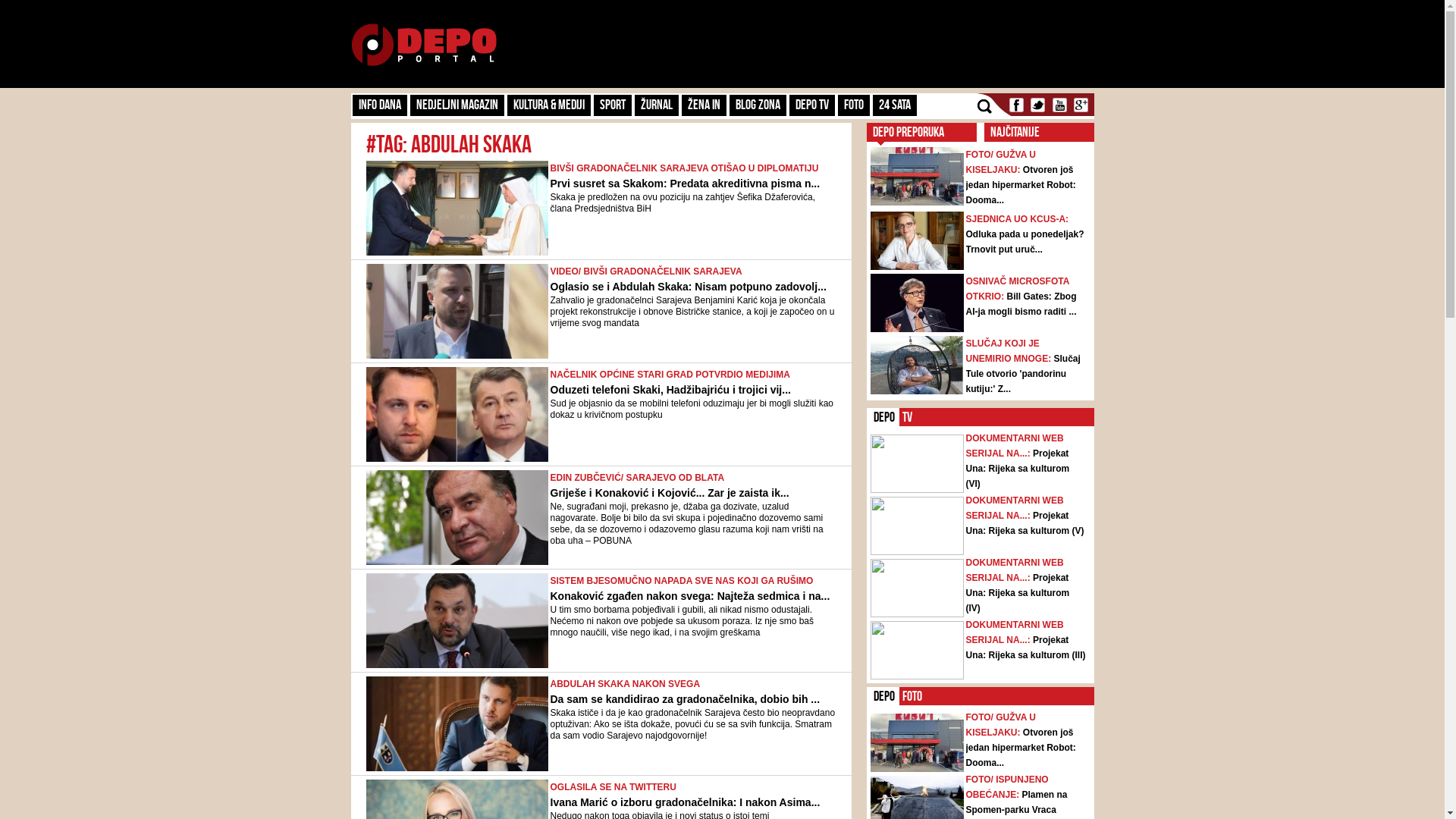 This screenshot has height=819, width=1456. I want to click on 'Projekat Una: Rijeka sa kulturom (III)', so click(965, 647).